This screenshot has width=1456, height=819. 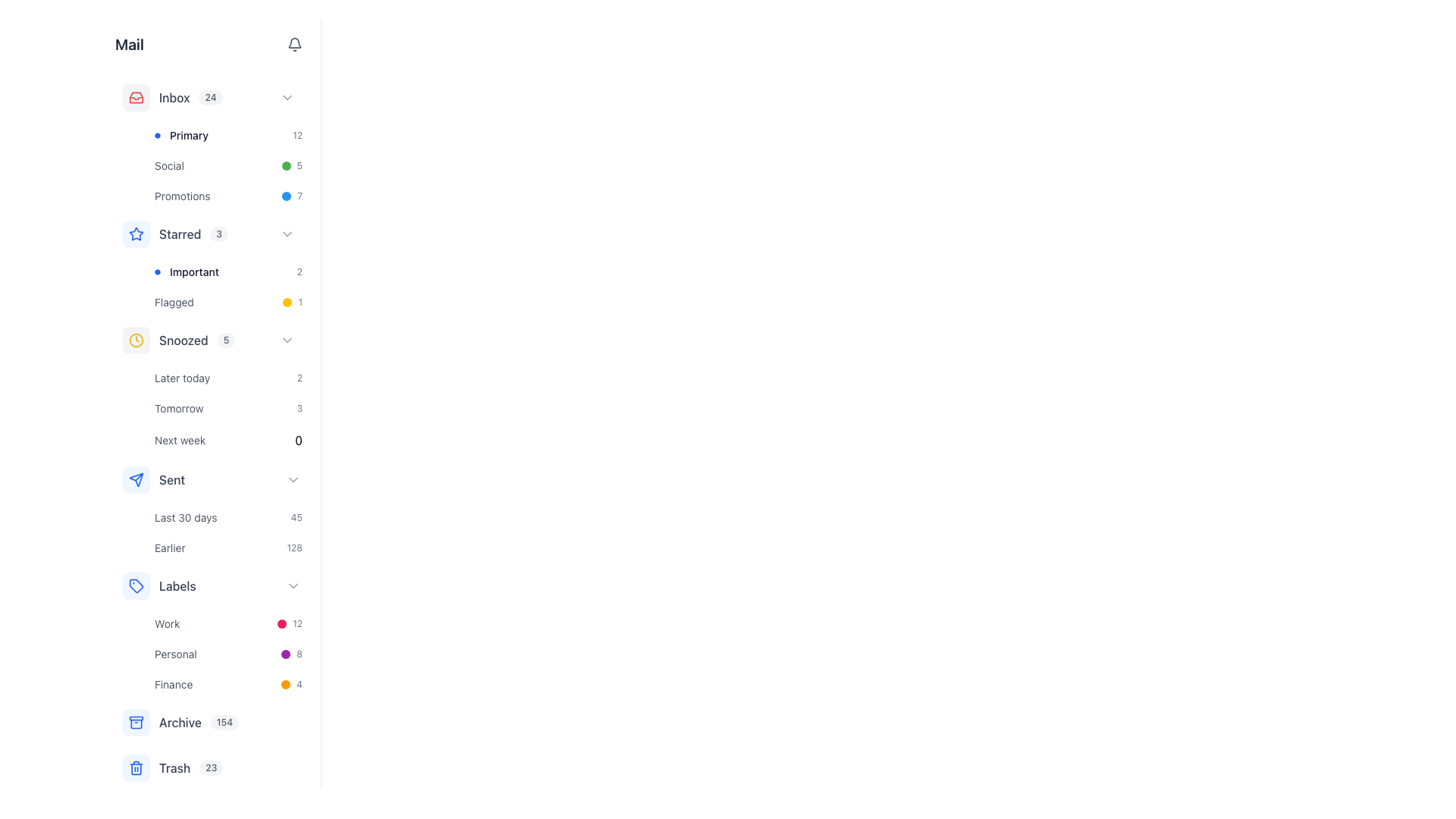 I want to click on the interactive list item labeled 'Archive' with an icon and a badge displaying '154', positioned between 'Labels' and 'Trash' in the vertical list, so click(x=180, y=721).